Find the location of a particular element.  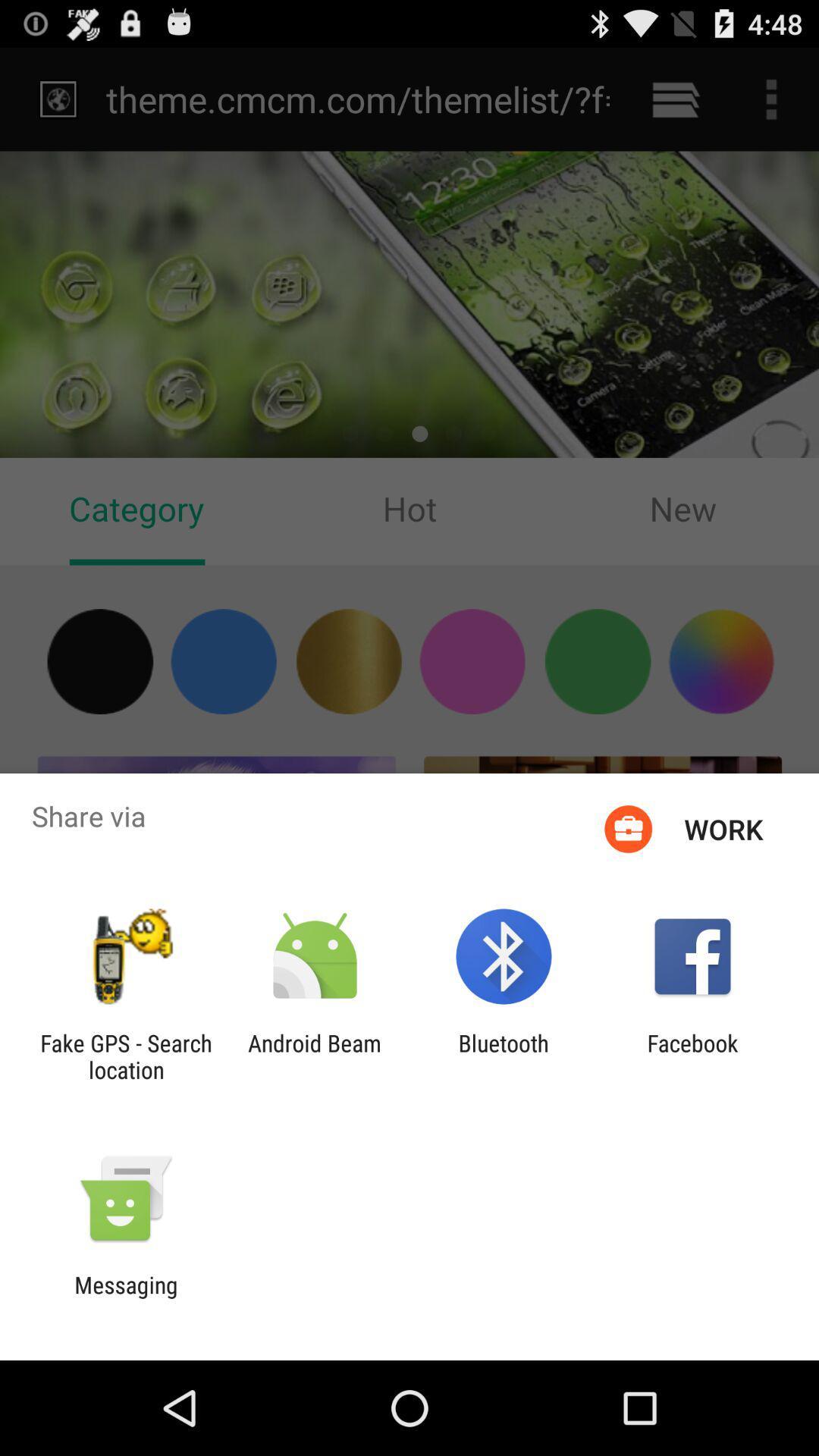

app next to the android beam app is located at coordinates (504, 1056).